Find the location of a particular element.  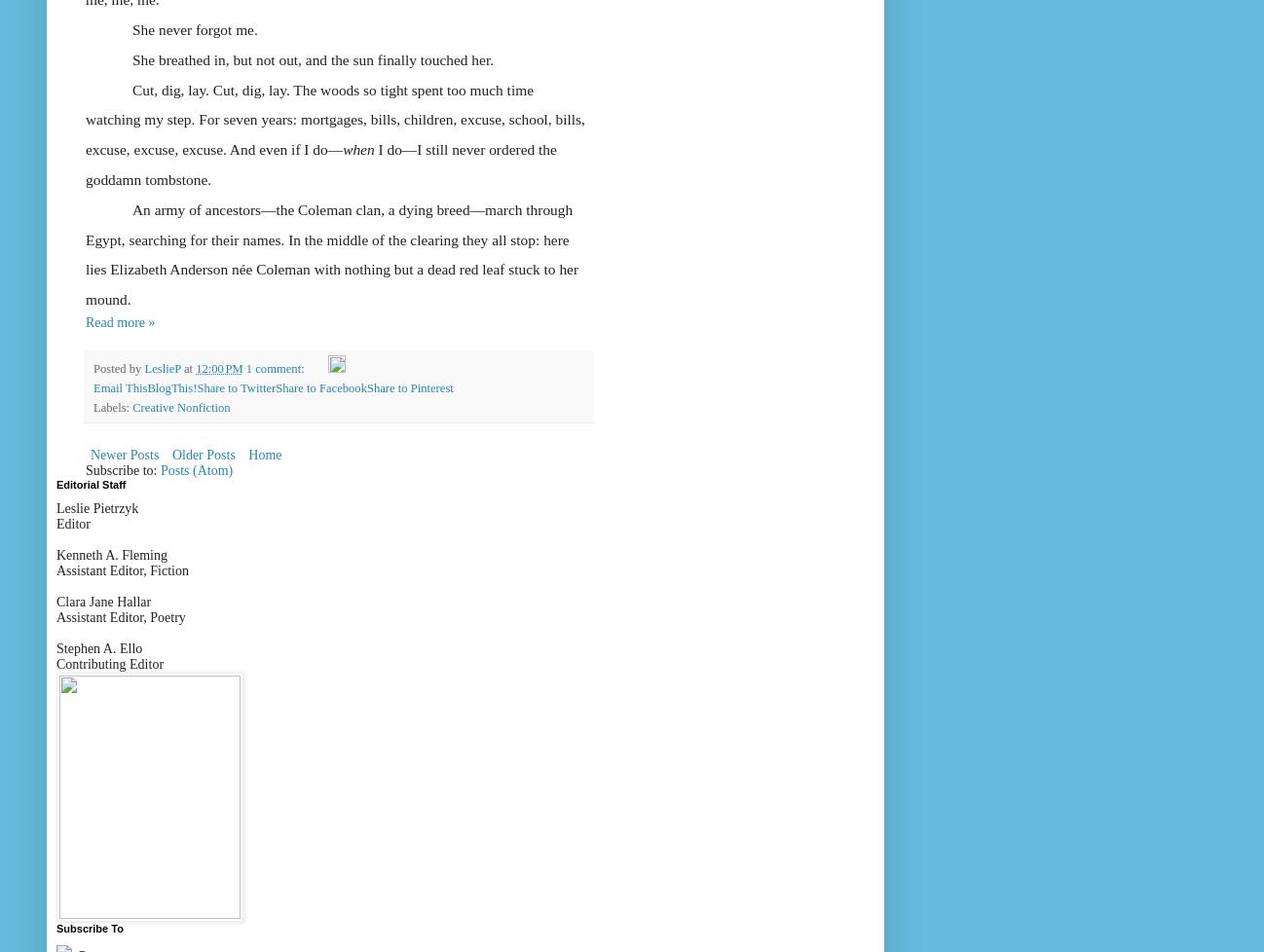

'Newer Posts' is located at coordinates (124, 454).